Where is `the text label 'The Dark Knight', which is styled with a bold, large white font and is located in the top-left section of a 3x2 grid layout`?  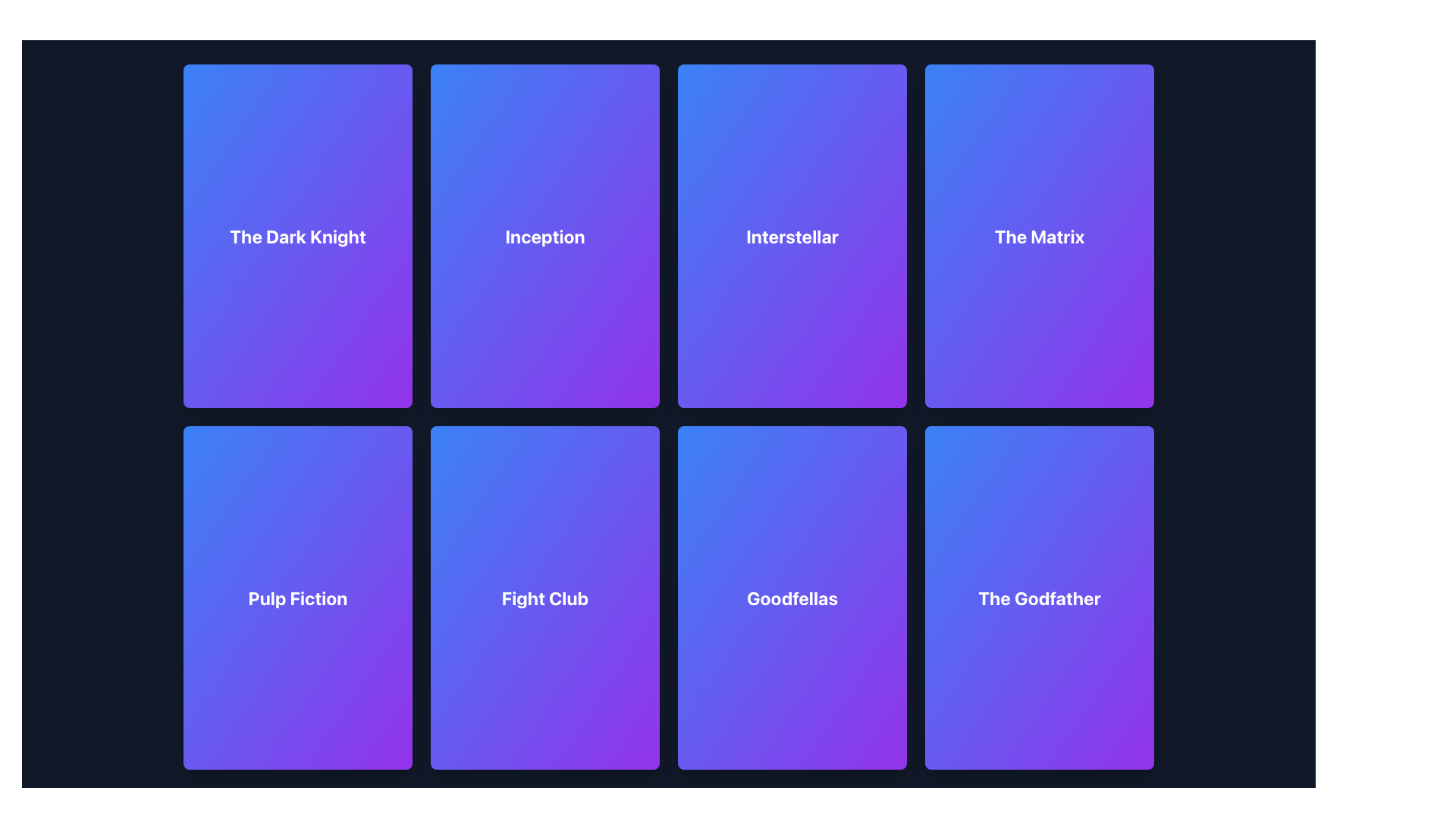 the text label 'The Dark Knight', which is styled with a bold, large white font and is located in the top-left section of a 3x2 grid layout is located at coordinates (298, 236).